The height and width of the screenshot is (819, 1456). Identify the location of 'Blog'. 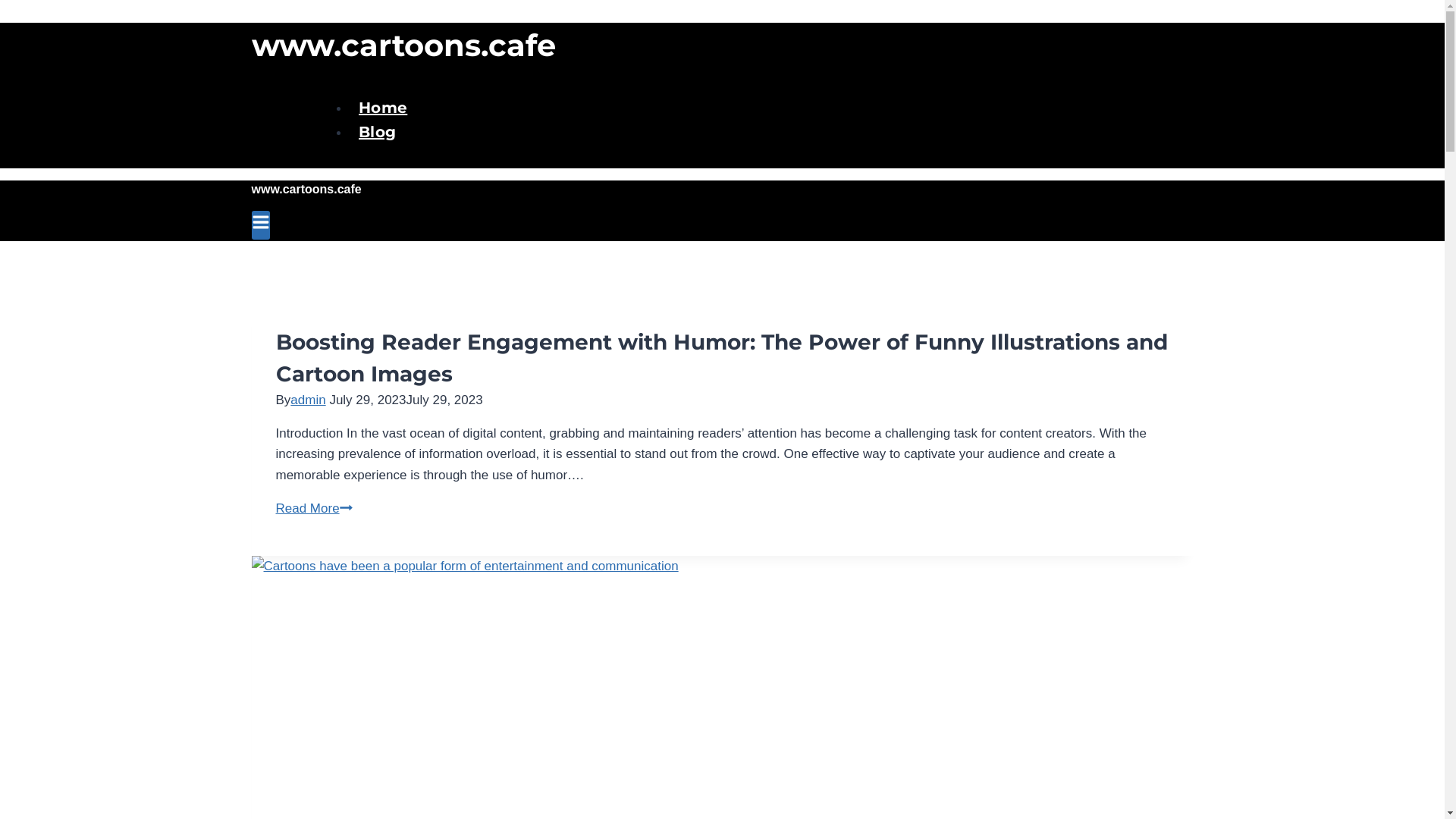
(377, 131).